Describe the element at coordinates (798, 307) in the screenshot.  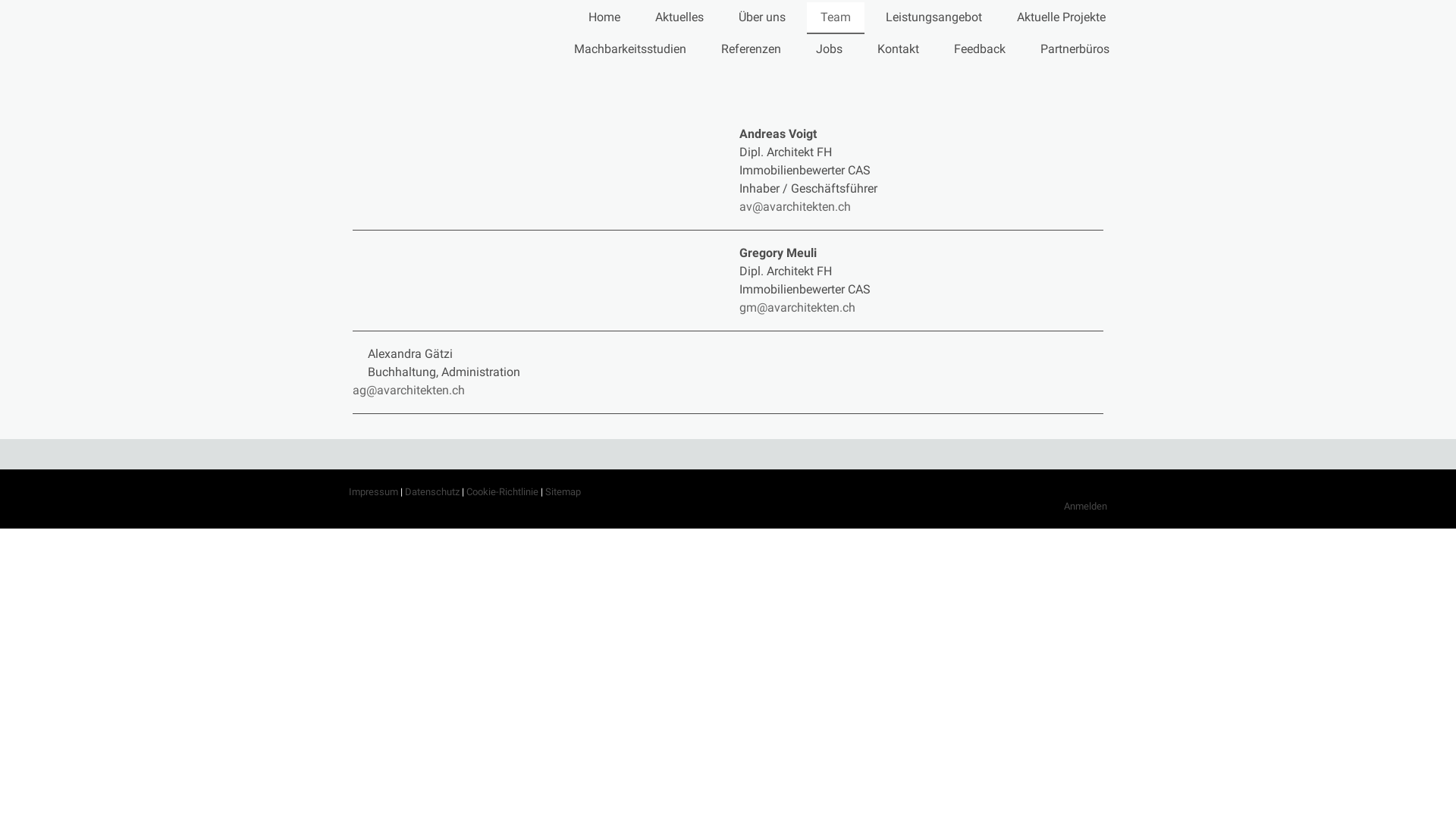
I see `'gm@avarchitekten.ch '` at that location.